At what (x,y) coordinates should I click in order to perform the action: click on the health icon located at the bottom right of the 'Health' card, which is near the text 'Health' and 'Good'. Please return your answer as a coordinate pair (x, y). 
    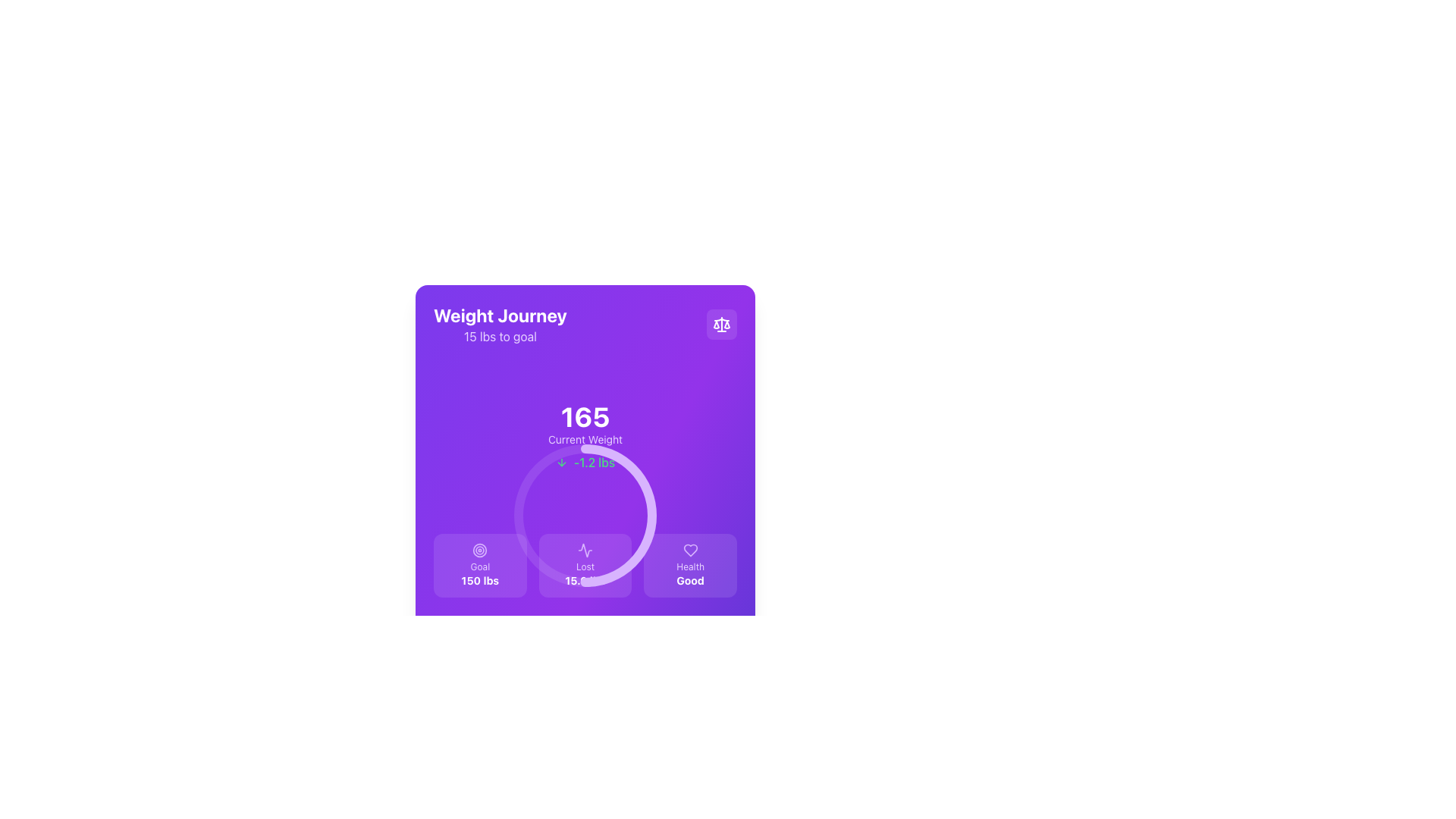
    Looking at the image, I should click on (689, 550).